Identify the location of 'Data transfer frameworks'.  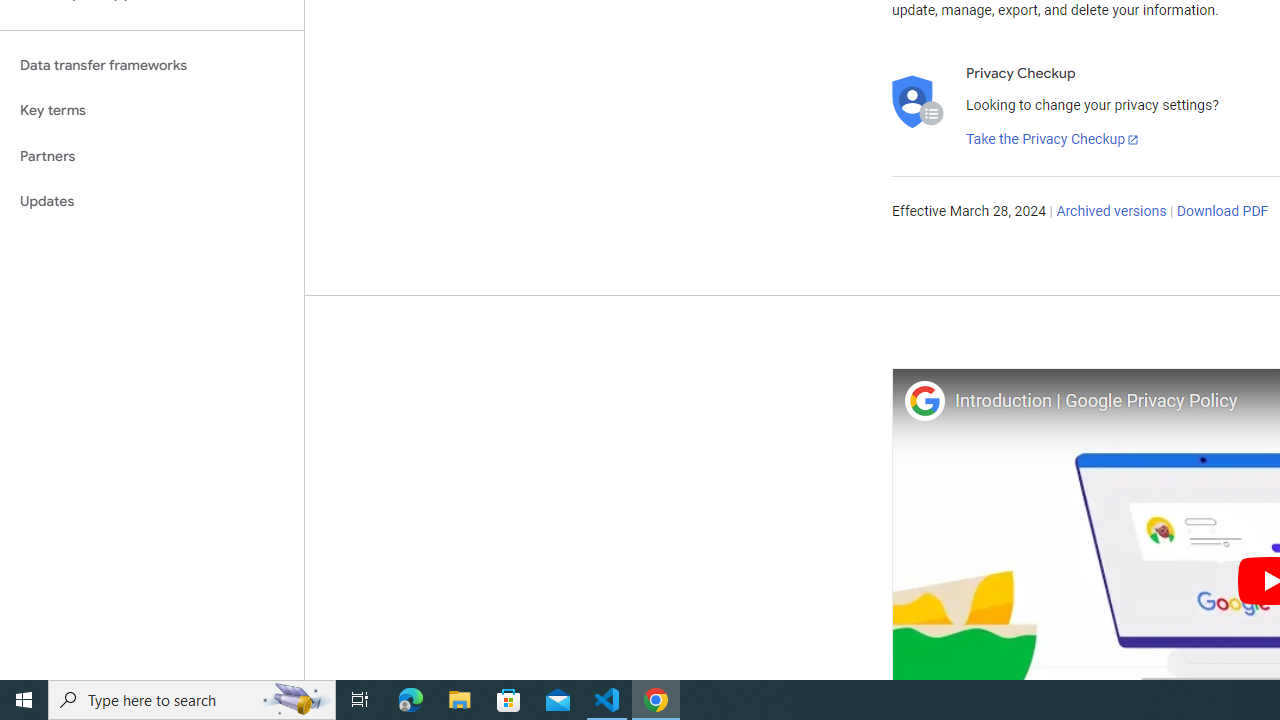
(151, 64).